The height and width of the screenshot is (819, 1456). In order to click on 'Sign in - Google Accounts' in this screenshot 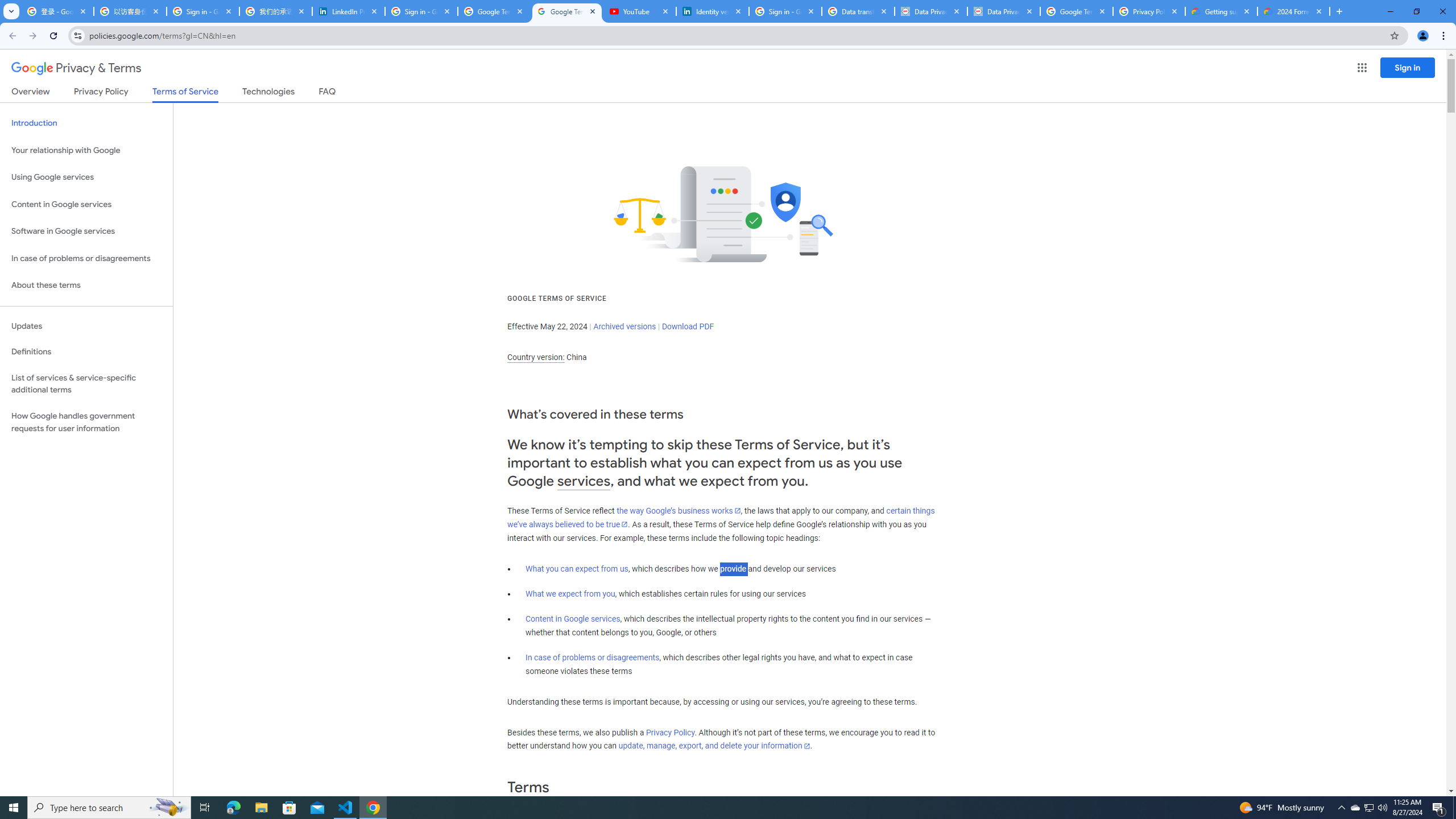, I will do `click(202, 11)`.